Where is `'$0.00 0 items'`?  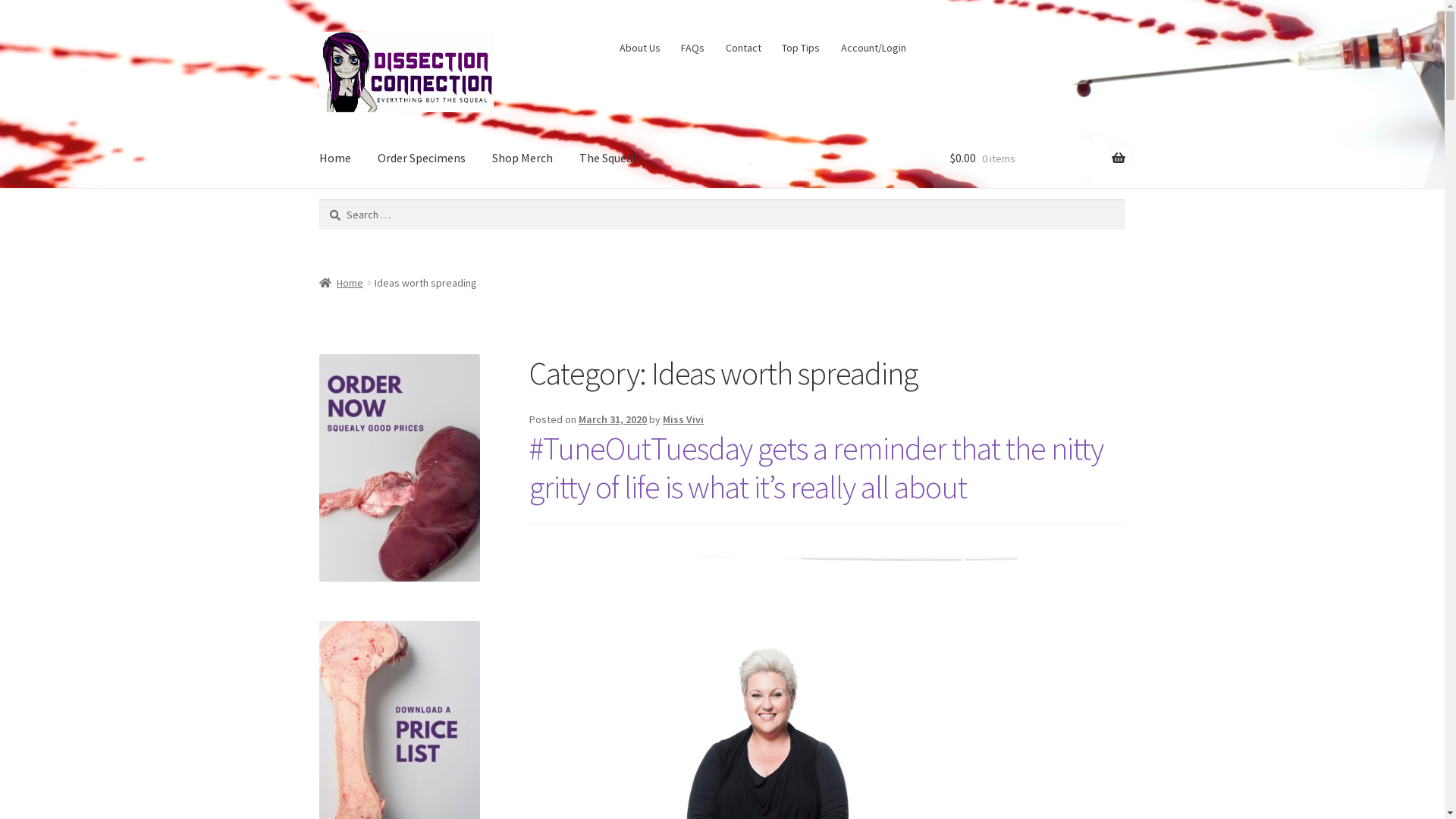
'$0.00 0 items' is located at coordinates (1037, 158).